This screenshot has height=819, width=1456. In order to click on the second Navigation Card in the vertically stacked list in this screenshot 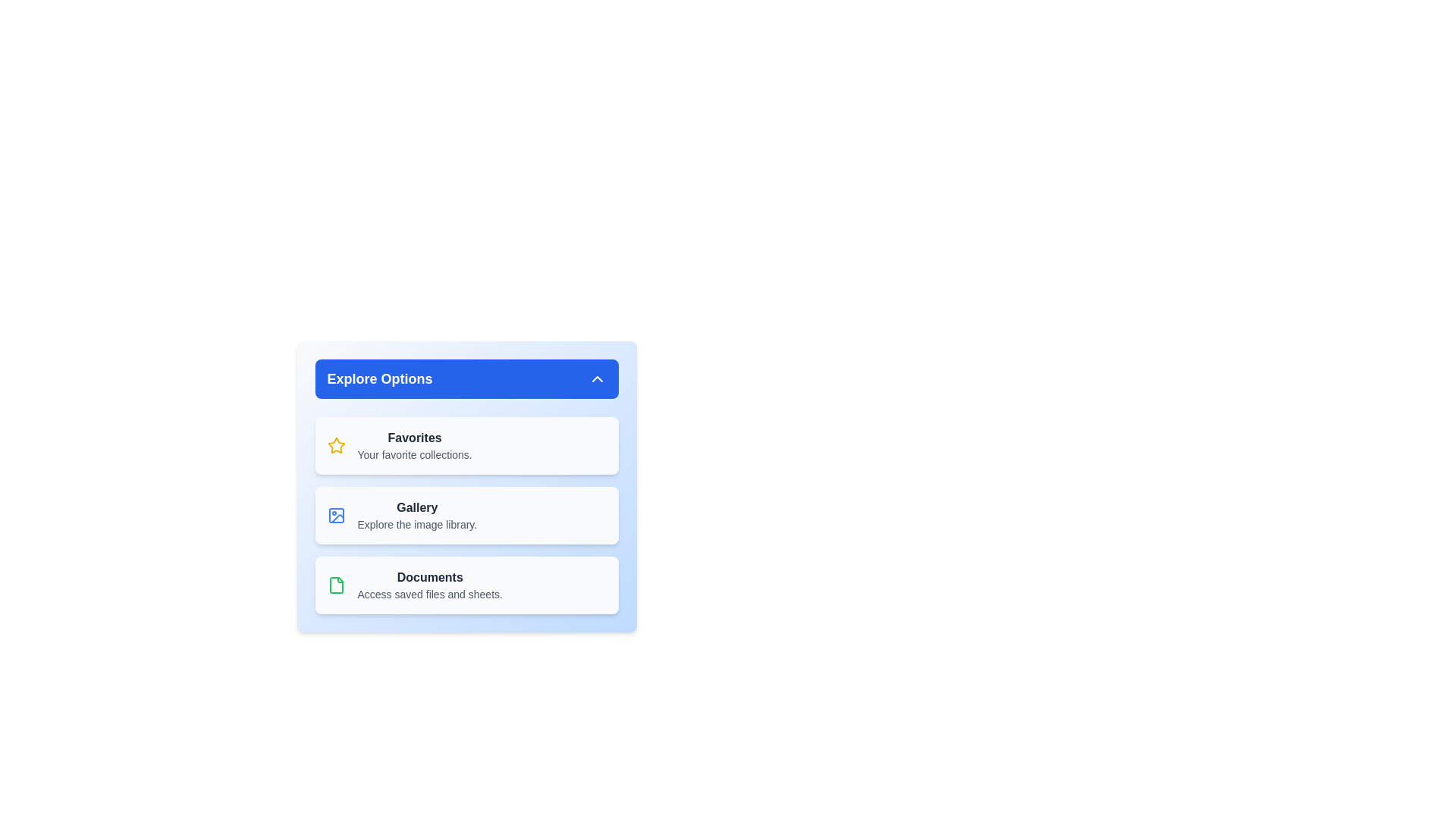, I will do `click(466, 514)`.